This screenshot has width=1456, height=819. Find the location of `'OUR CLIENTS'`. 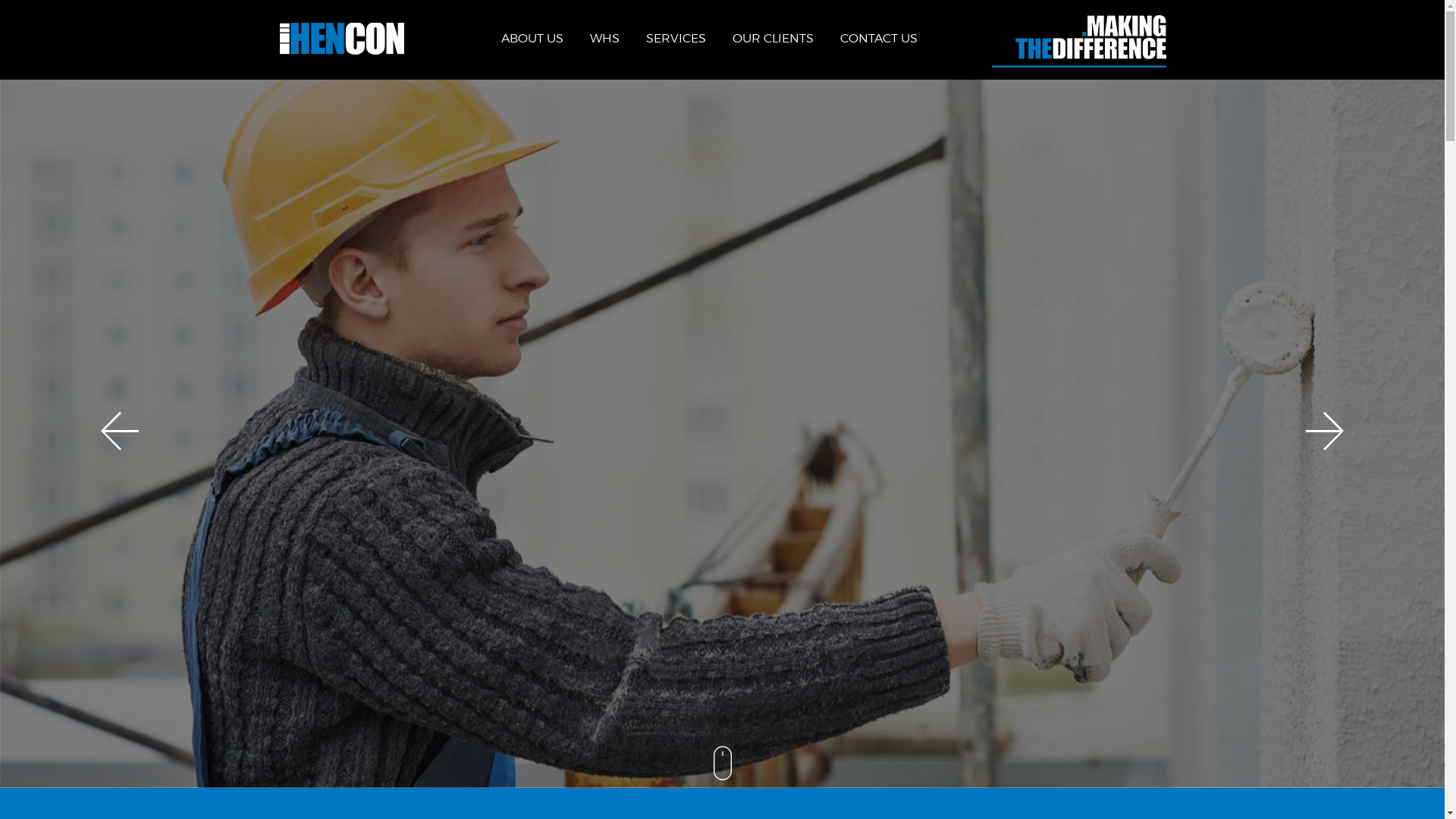

'OUR CLIENTS' is located at coordinates (732, 37).